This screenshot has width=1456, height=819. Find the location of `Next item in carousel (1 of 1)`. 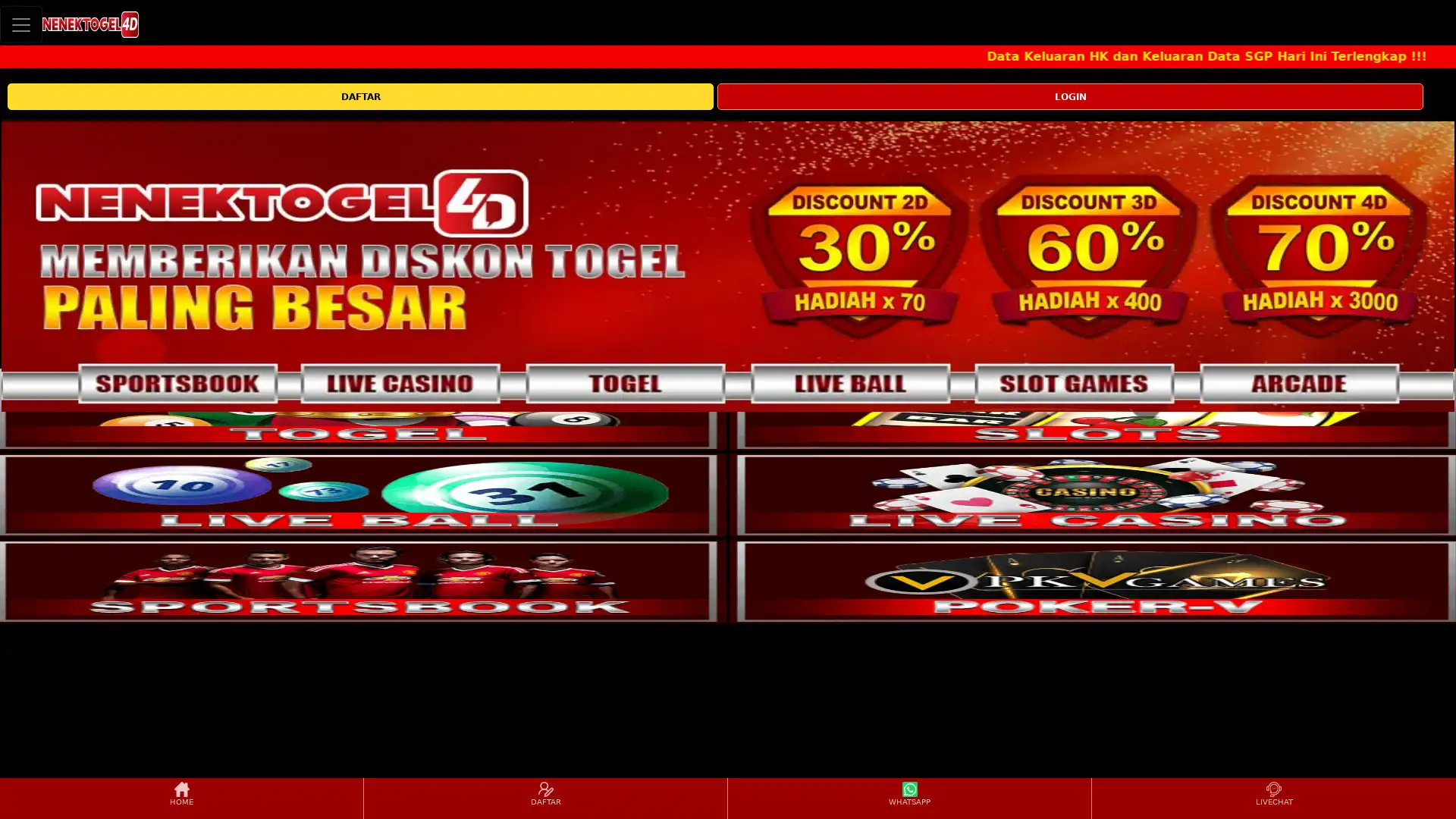

Next item in carousel (1 of 1) is located at coordinates (1441, 265).